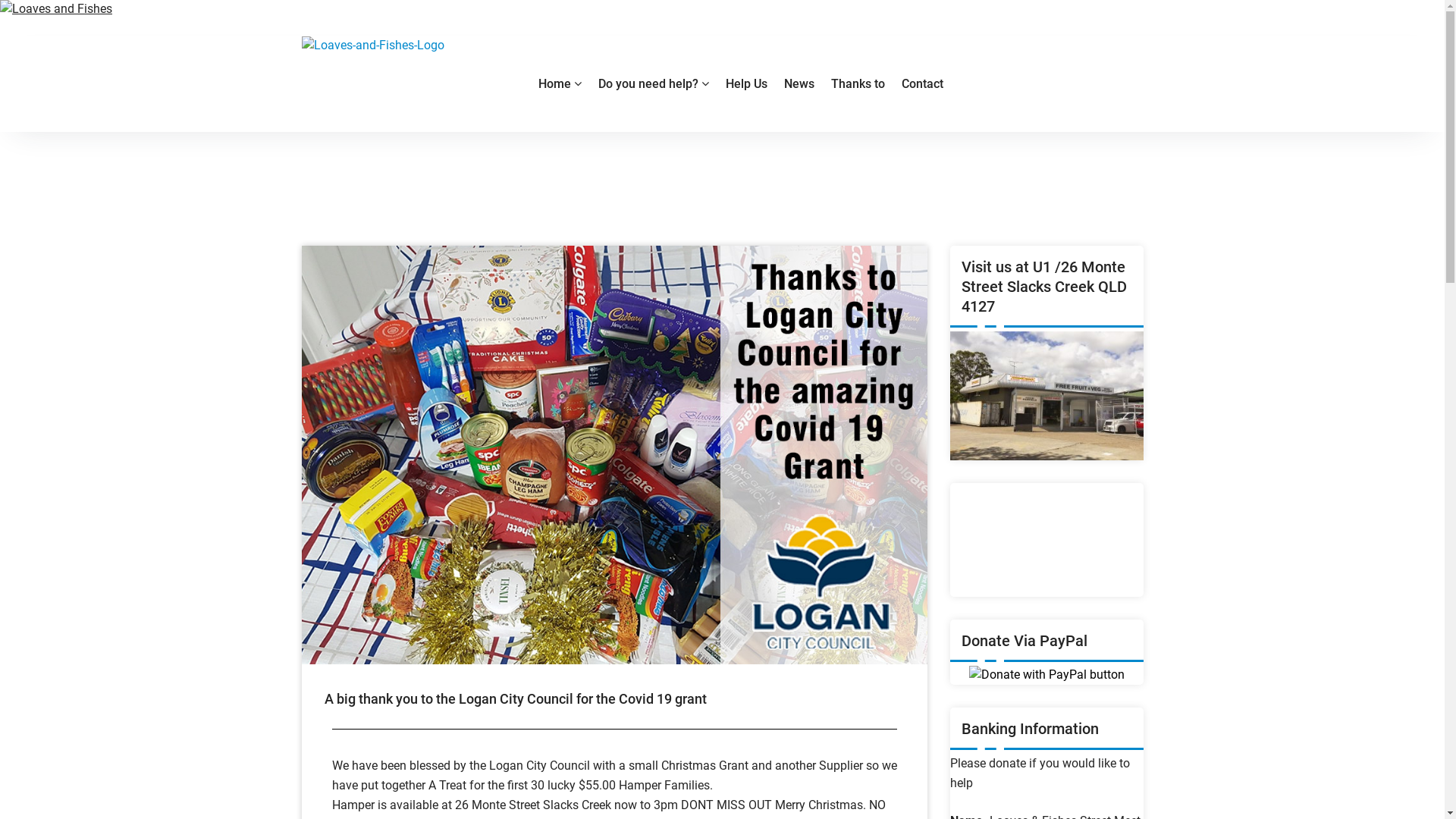  Describe the element at coordinates (857, 84) in the screenshot. I see `'Thanks to'` at that location.